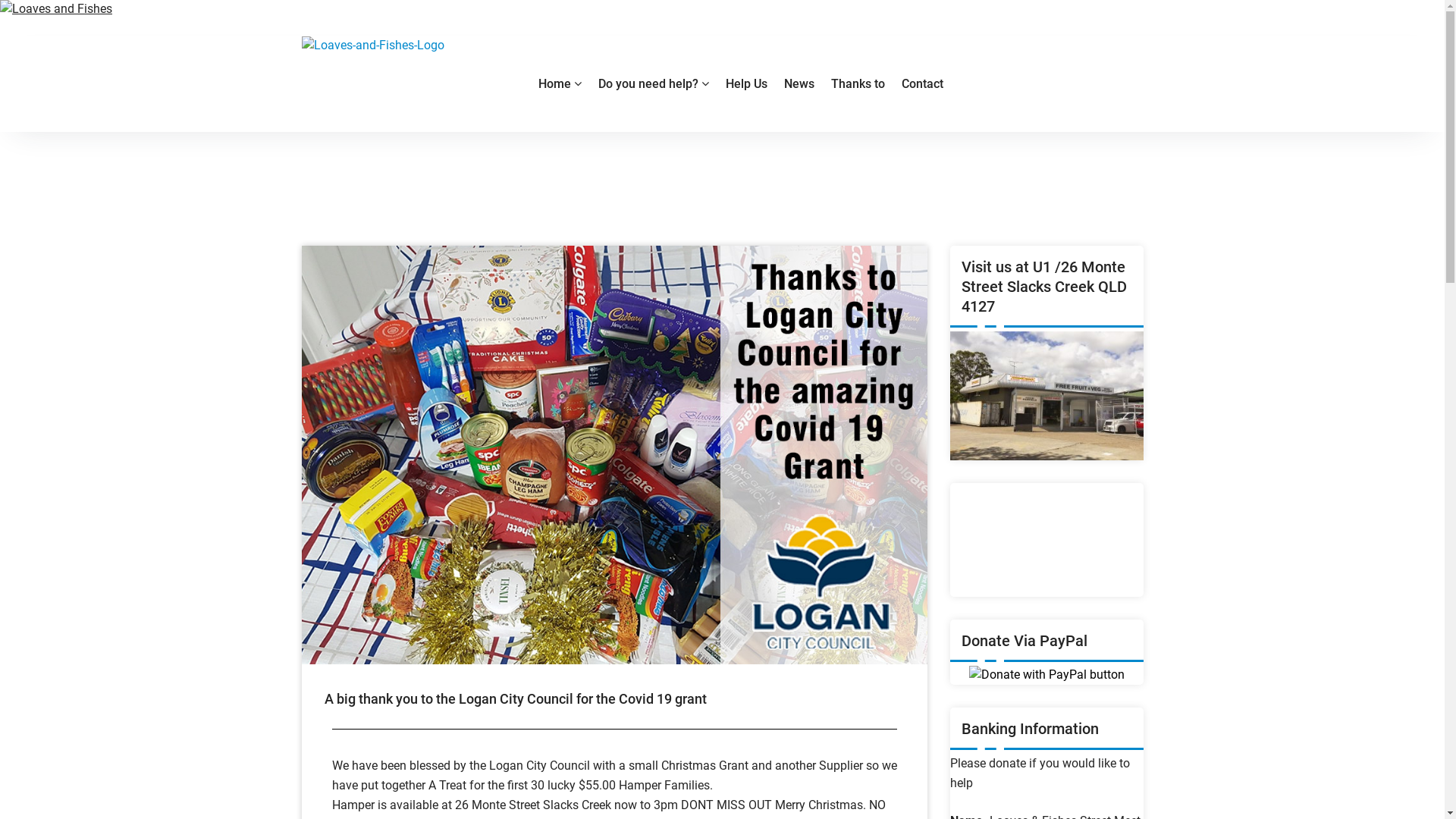  Describe the element at coordinates (857, 84) in the screenshot. I see `'Thanks to'` at that location.